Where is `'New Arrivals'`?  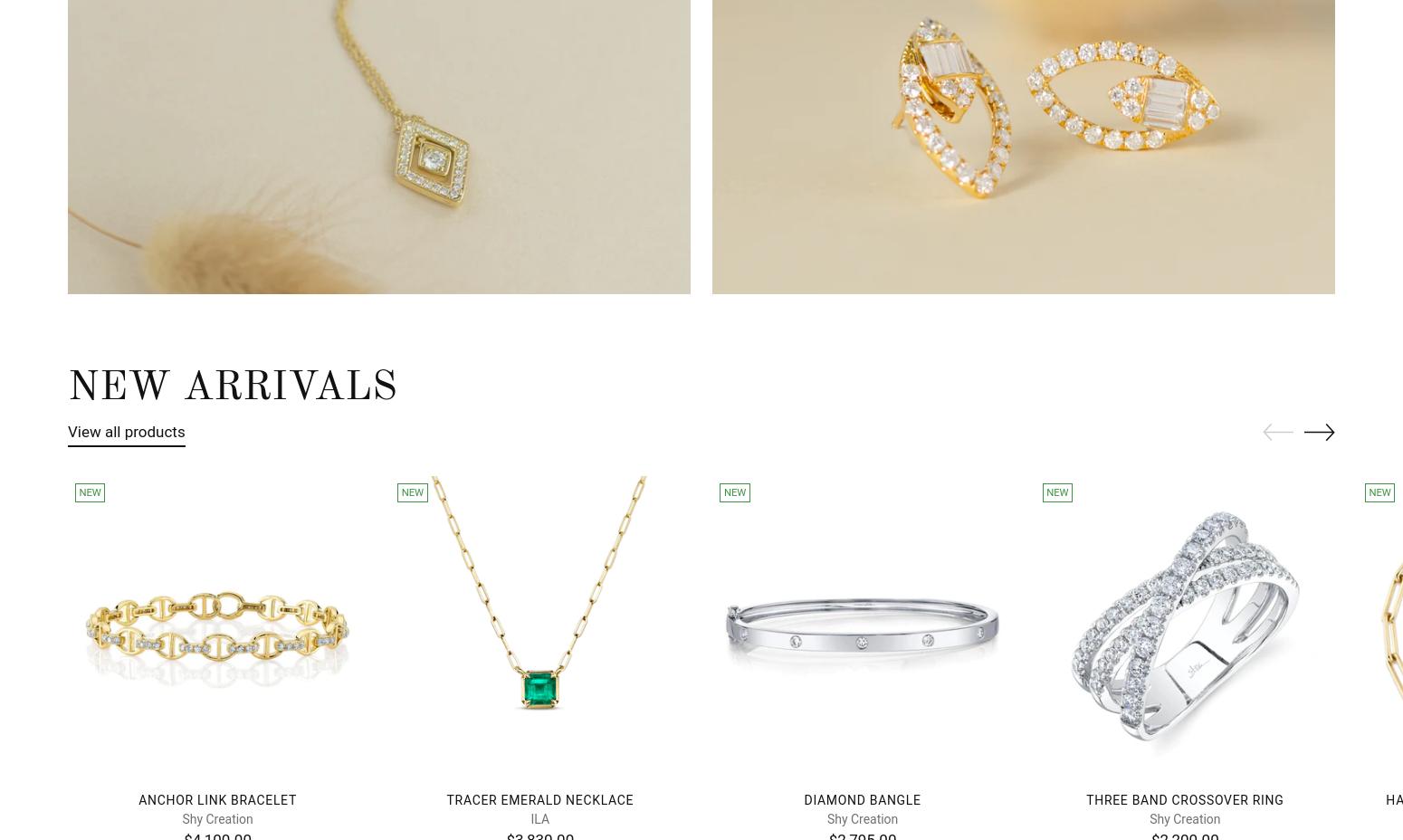
'New Arrivals' is located at coordinates (232, 388).